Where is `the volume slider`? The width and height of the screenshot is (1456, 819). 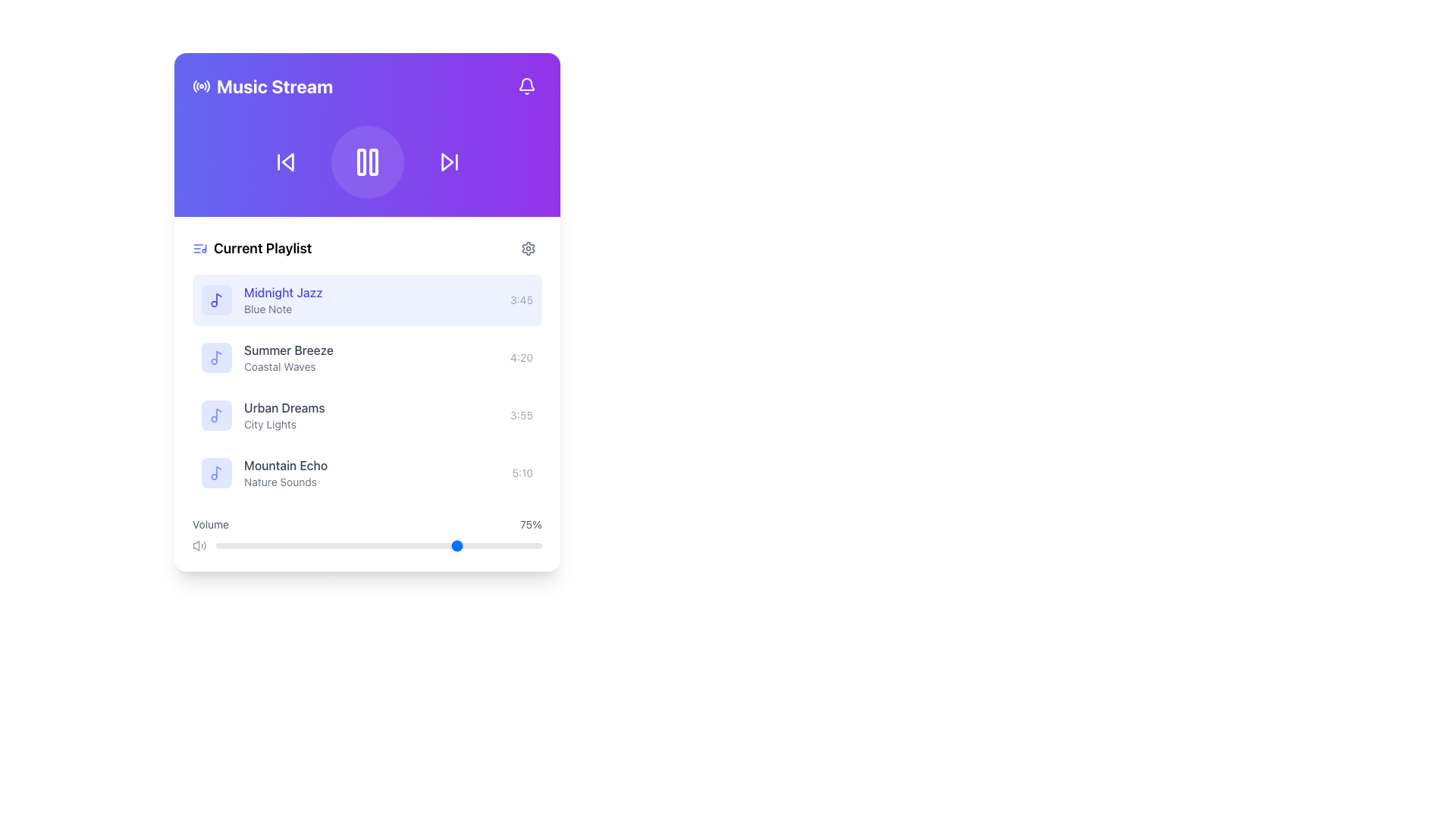 the volume slider is located at coordinates (224, 546).